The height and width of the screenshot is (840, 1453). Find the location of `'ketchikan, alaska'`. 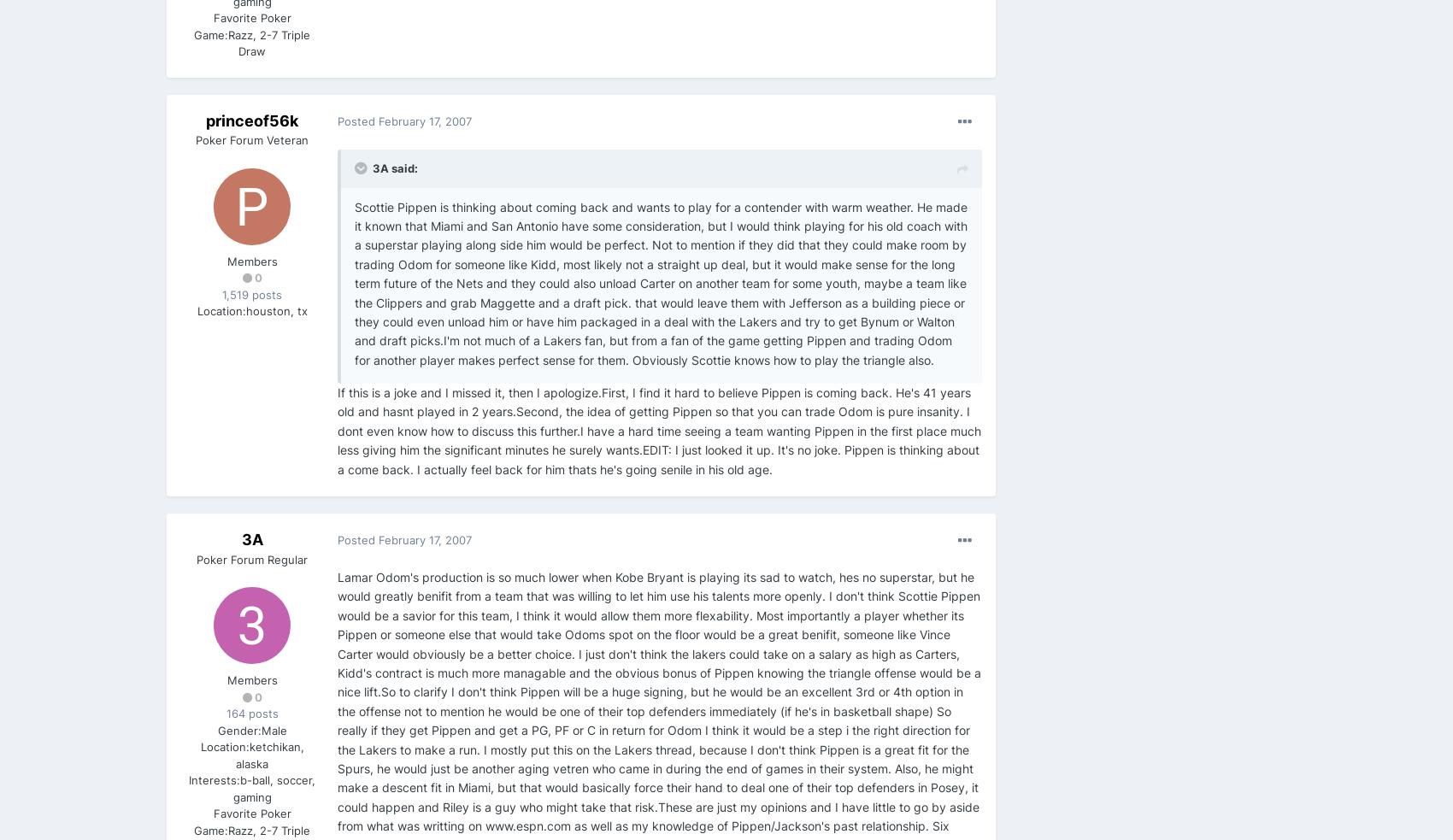

'ketchikan, alaska' is located at coordinates (269, 755).